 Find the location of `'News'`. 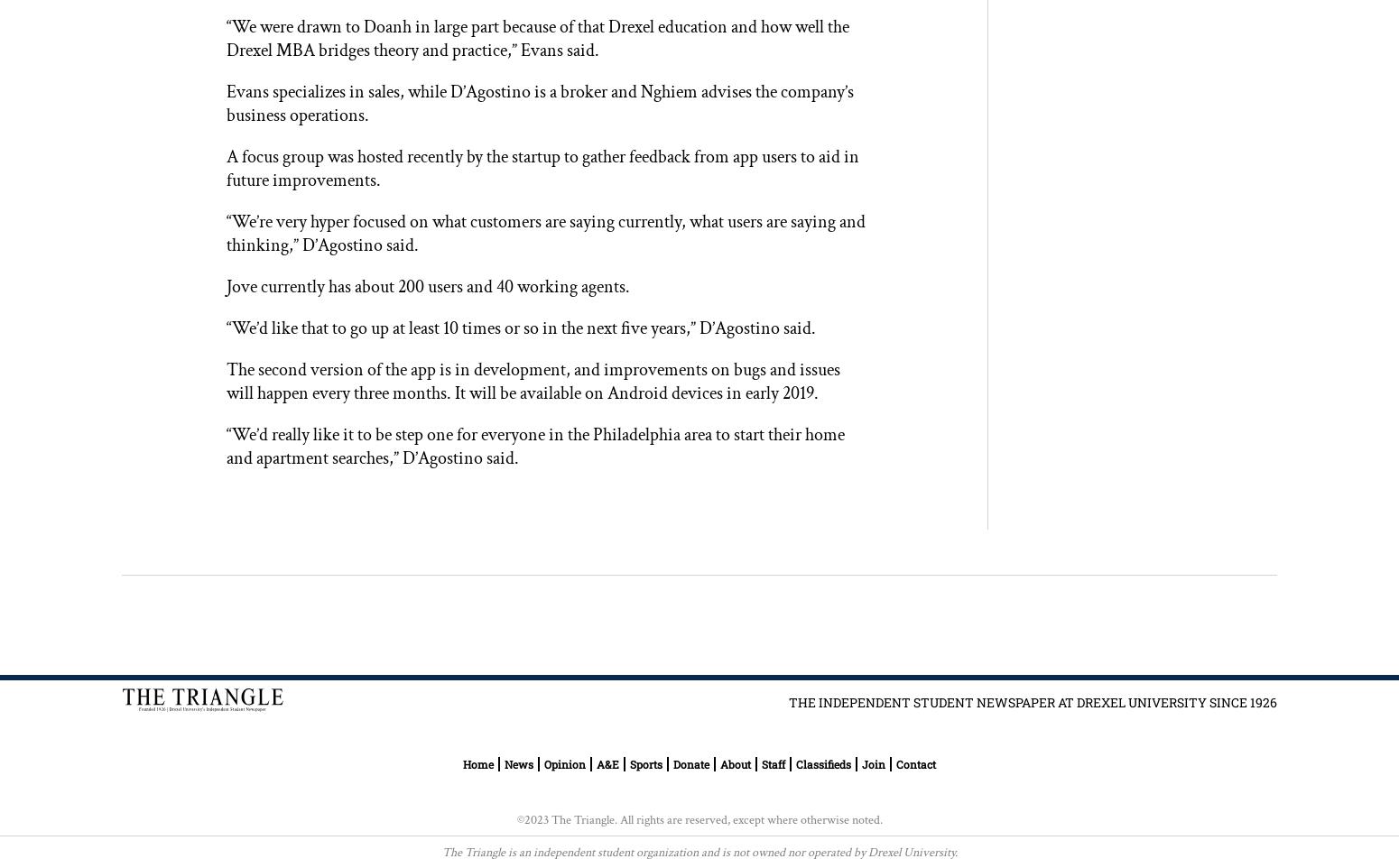

'News' is located at coordinates (519, 764).